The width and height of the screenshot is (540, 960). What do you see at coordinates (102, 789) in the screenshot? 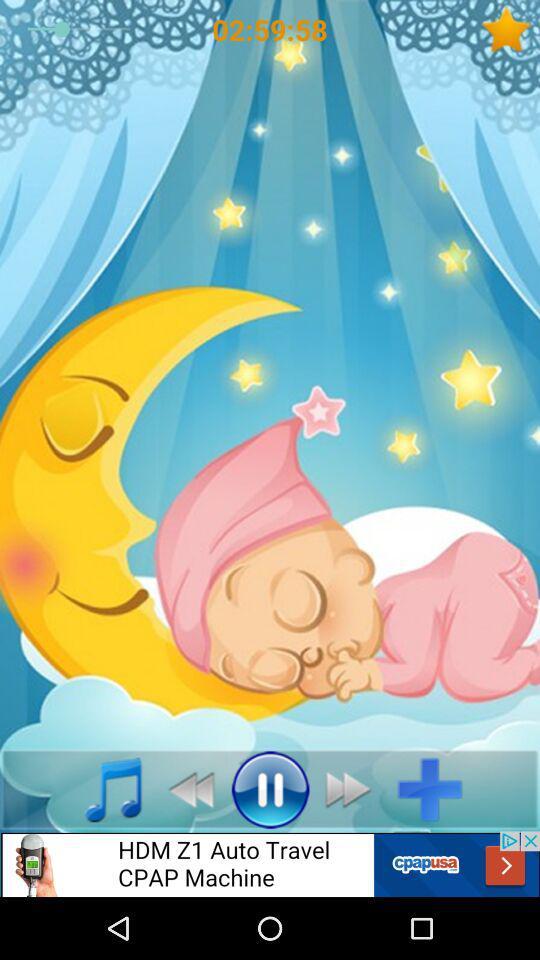
I see `music button` at bounding box center [102, 789].